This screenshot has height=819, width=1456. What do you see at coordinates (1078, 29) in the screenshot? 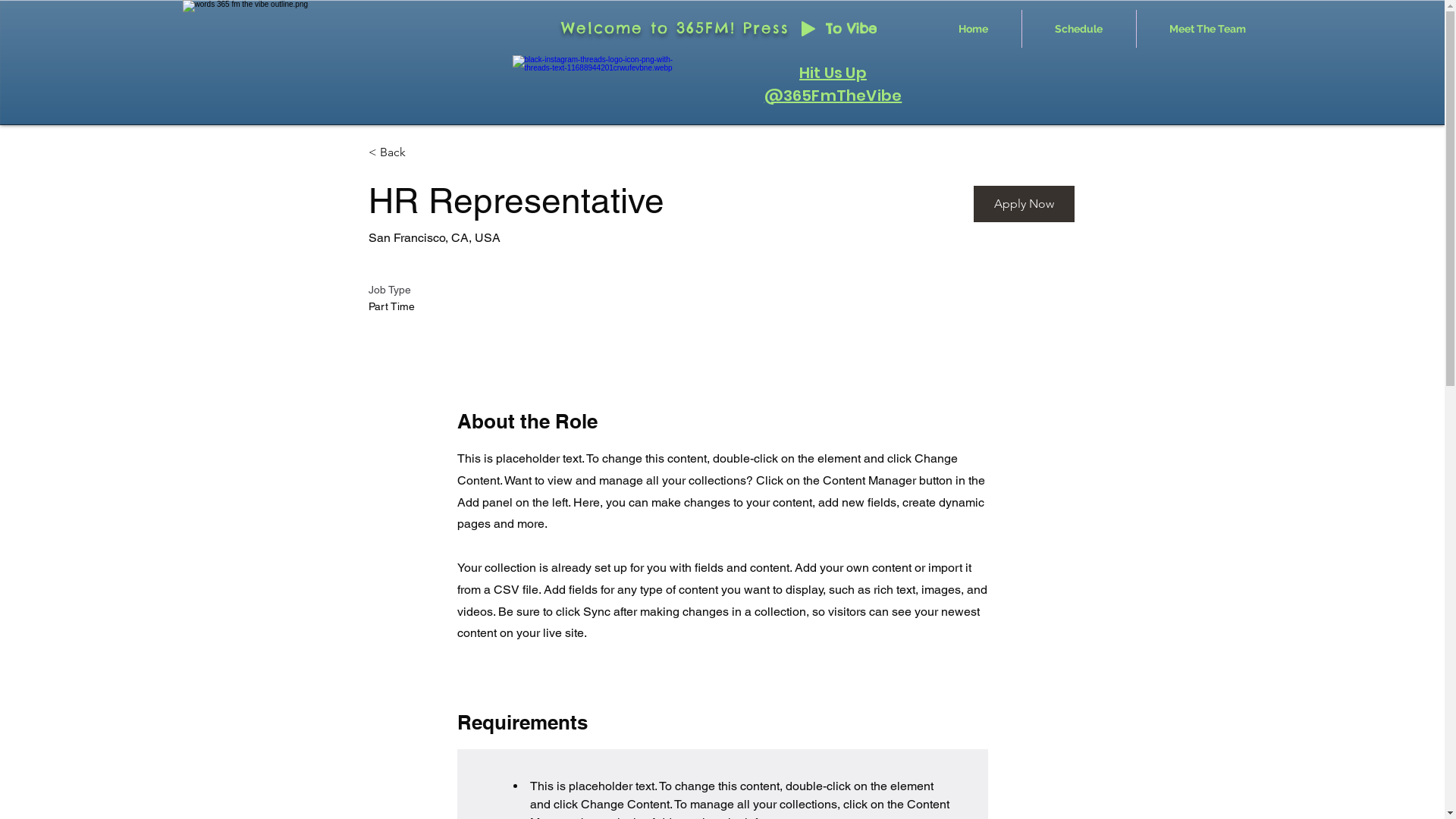
I see `'Schedule'` at bounding box center [1078, 29].